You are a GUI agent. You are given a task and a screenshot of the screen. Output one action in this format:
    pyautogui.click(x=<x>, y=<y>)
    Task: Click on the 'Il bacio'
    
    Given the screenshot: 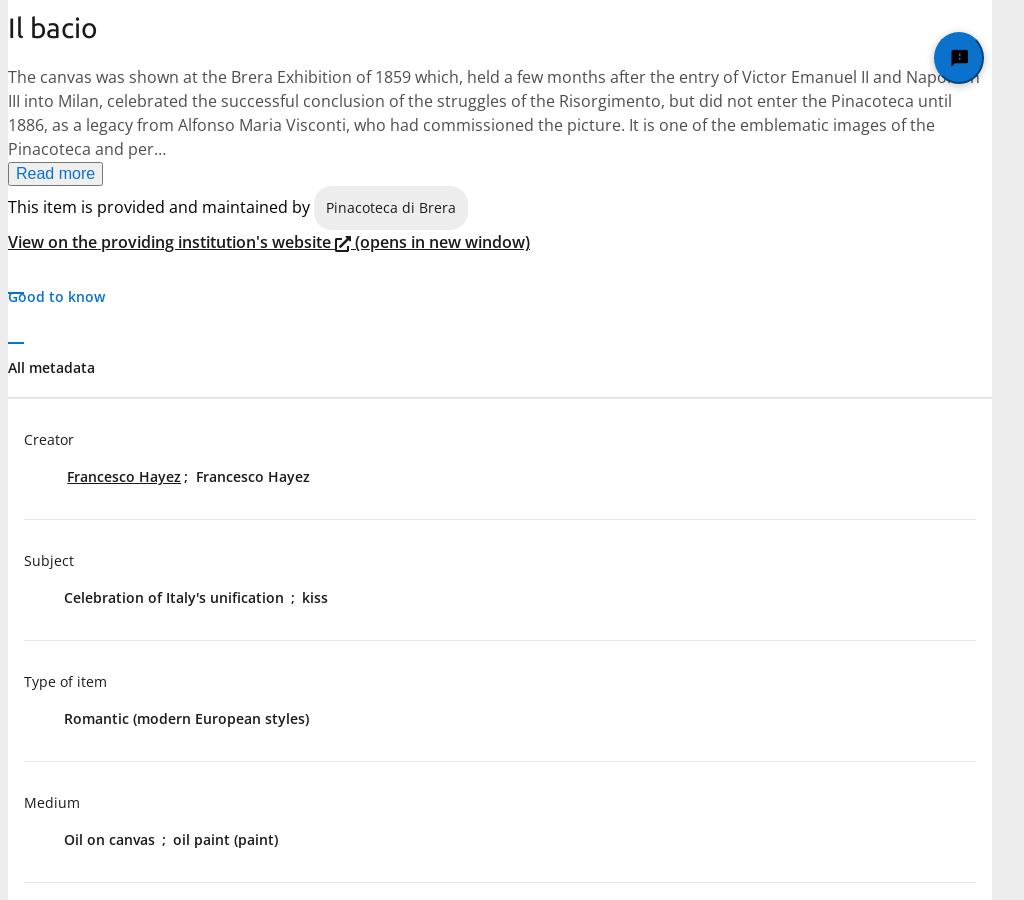 What is the action you would take?
    pyautogui.click(x=52, y=26)
    